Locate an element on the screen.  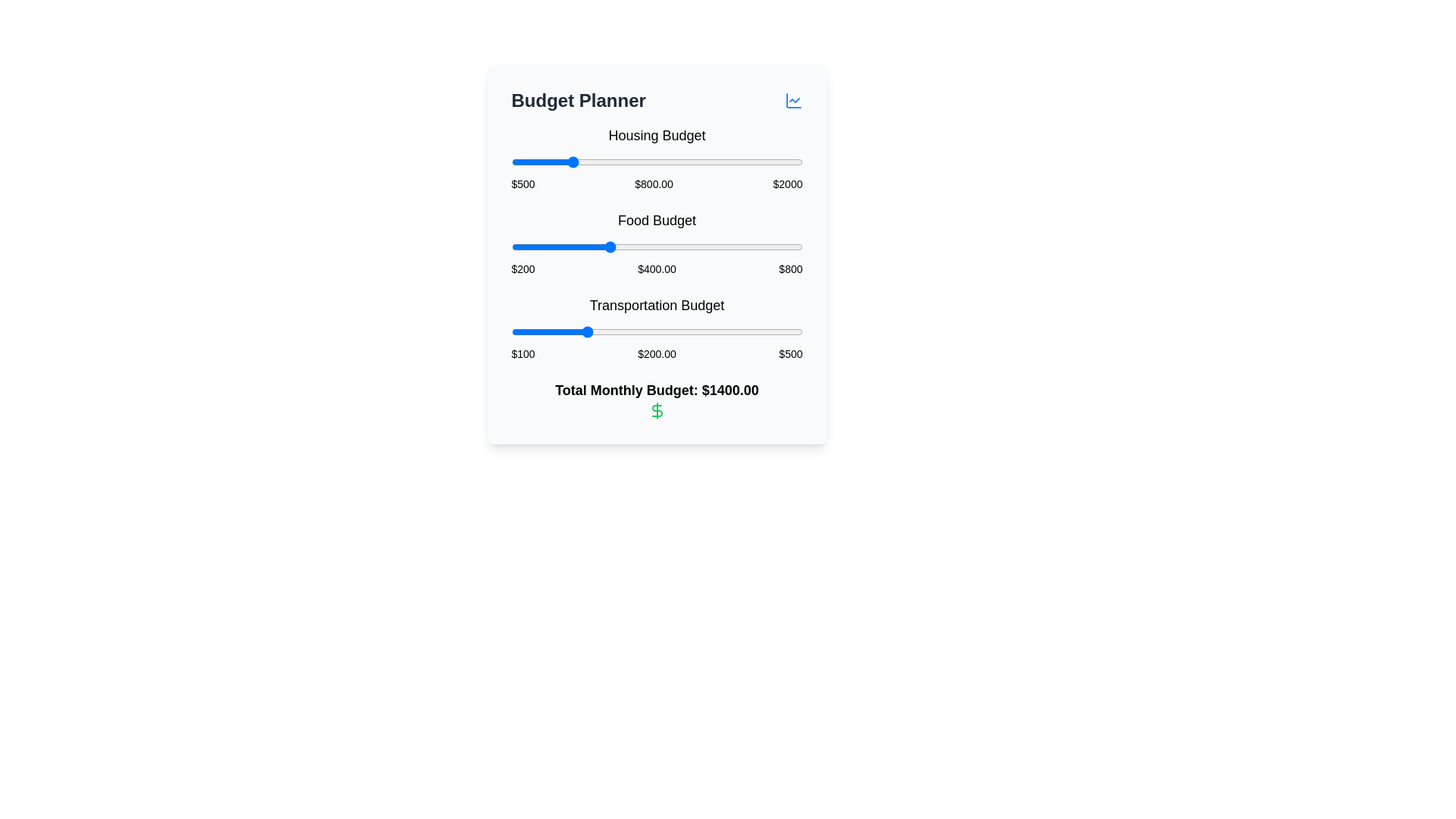
the text label displaying the maximum value '$500' for the budget slider, which is the rightmost label in a horizontal layout of three labels is located at coordinates (789, 353).